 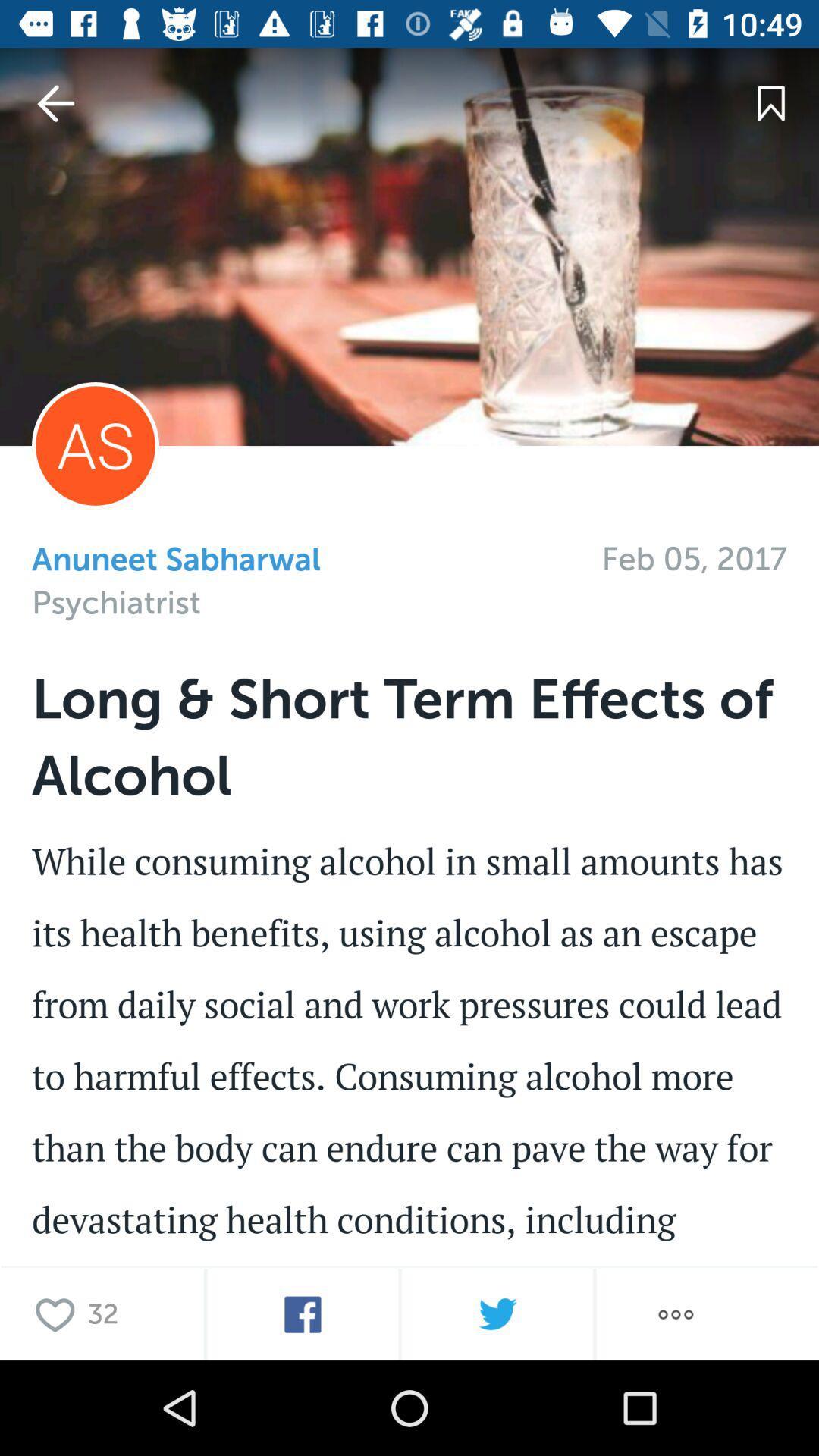 I want to click on more options, so click(x=675, y=1313).